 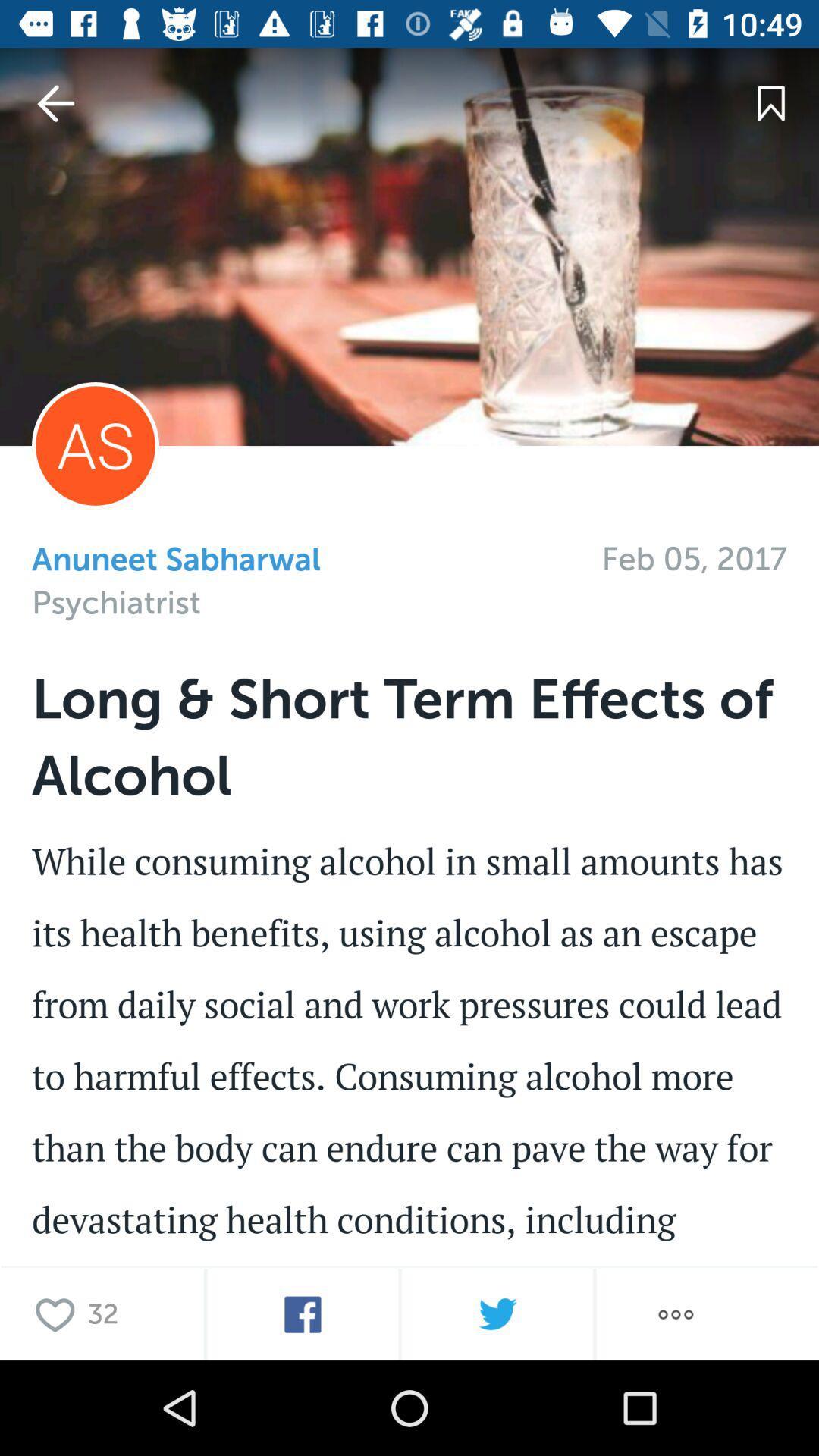 I want to click on more options, so click(x=675, y=1313).